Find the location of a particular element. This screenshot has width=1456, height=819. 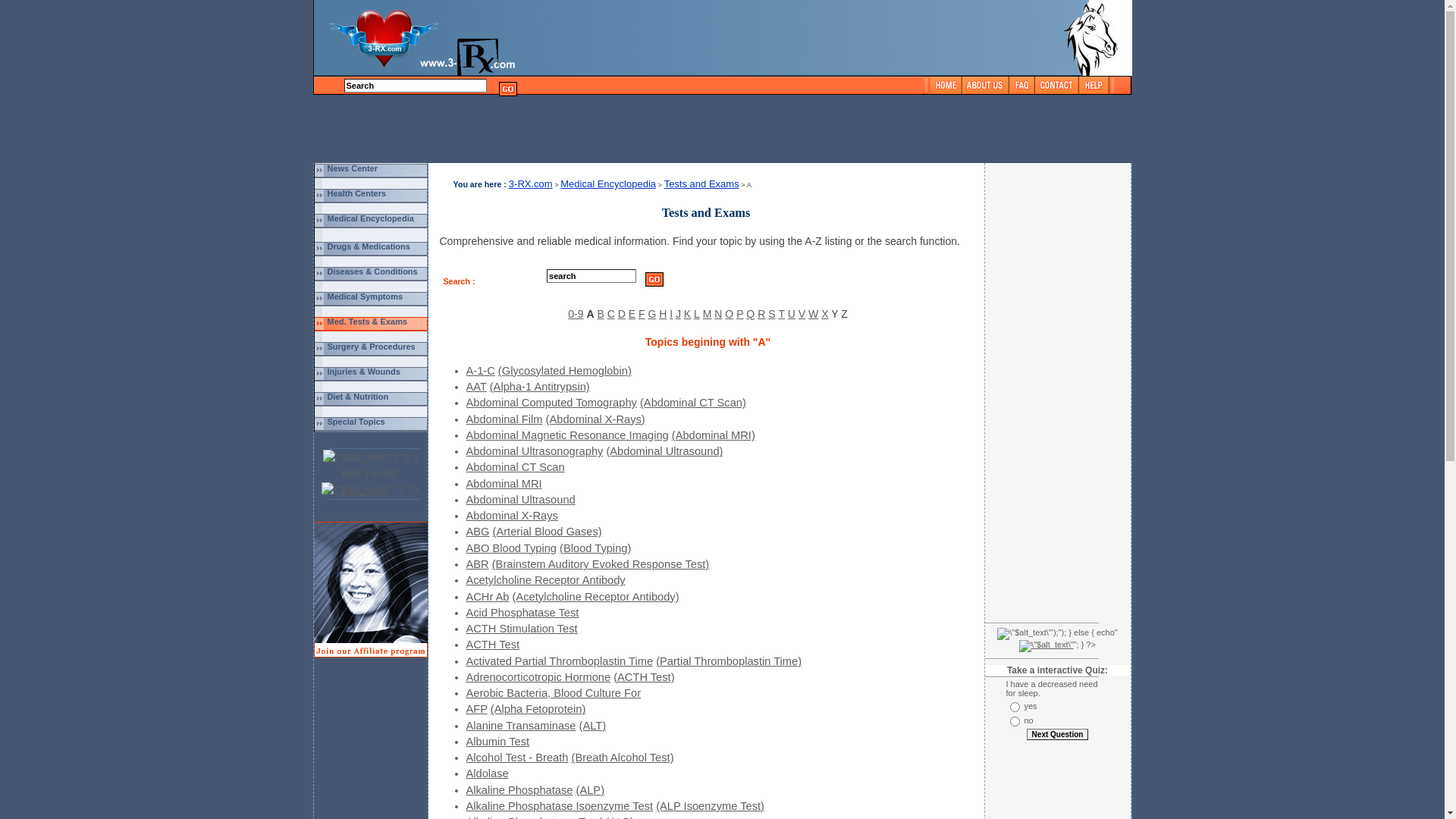

'Alcohol Test - Breath' is located at coordinates (516, 758).